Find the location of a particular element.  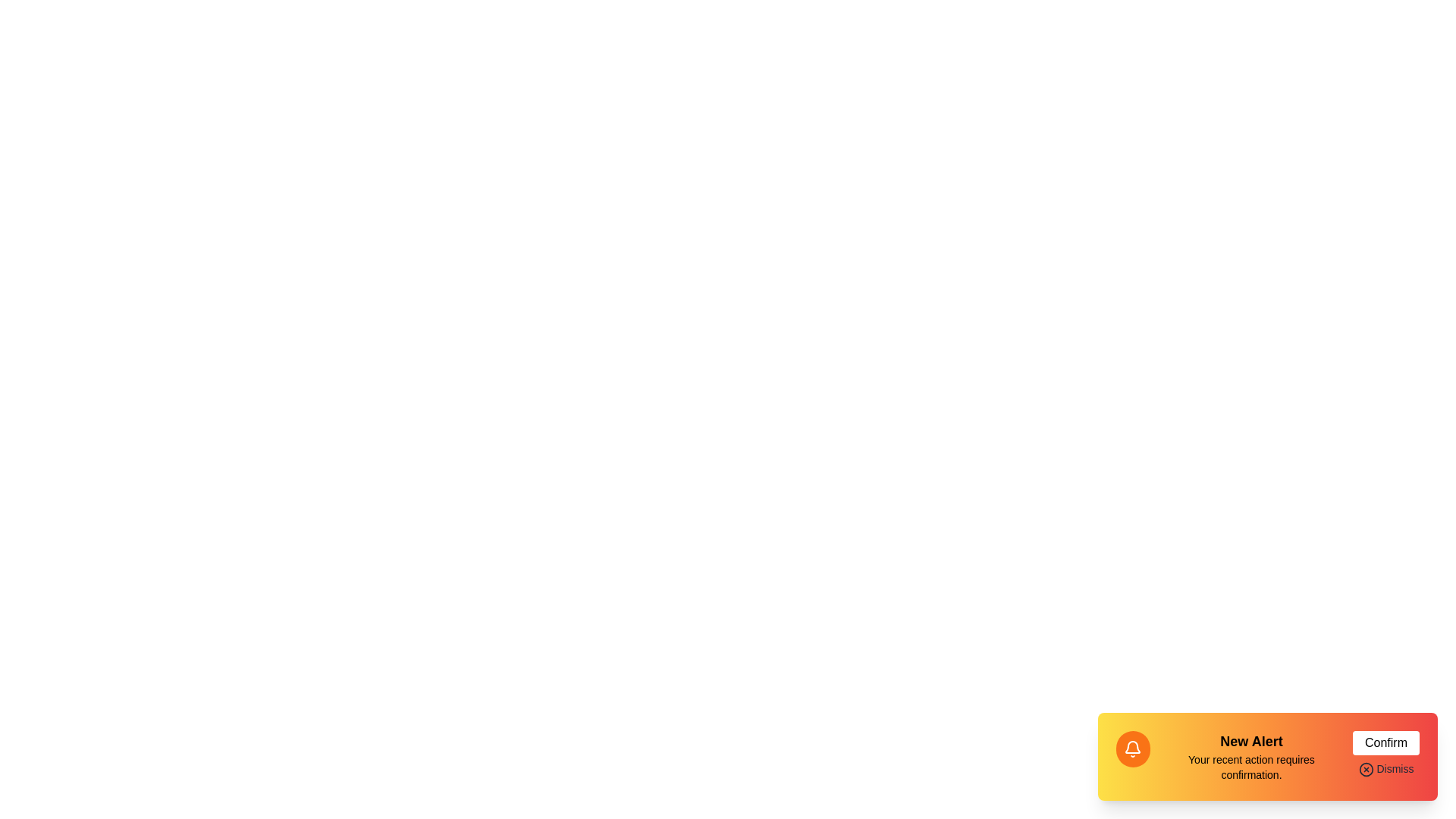

the bell icon to inspect it is located at coordinates (1132, 748).